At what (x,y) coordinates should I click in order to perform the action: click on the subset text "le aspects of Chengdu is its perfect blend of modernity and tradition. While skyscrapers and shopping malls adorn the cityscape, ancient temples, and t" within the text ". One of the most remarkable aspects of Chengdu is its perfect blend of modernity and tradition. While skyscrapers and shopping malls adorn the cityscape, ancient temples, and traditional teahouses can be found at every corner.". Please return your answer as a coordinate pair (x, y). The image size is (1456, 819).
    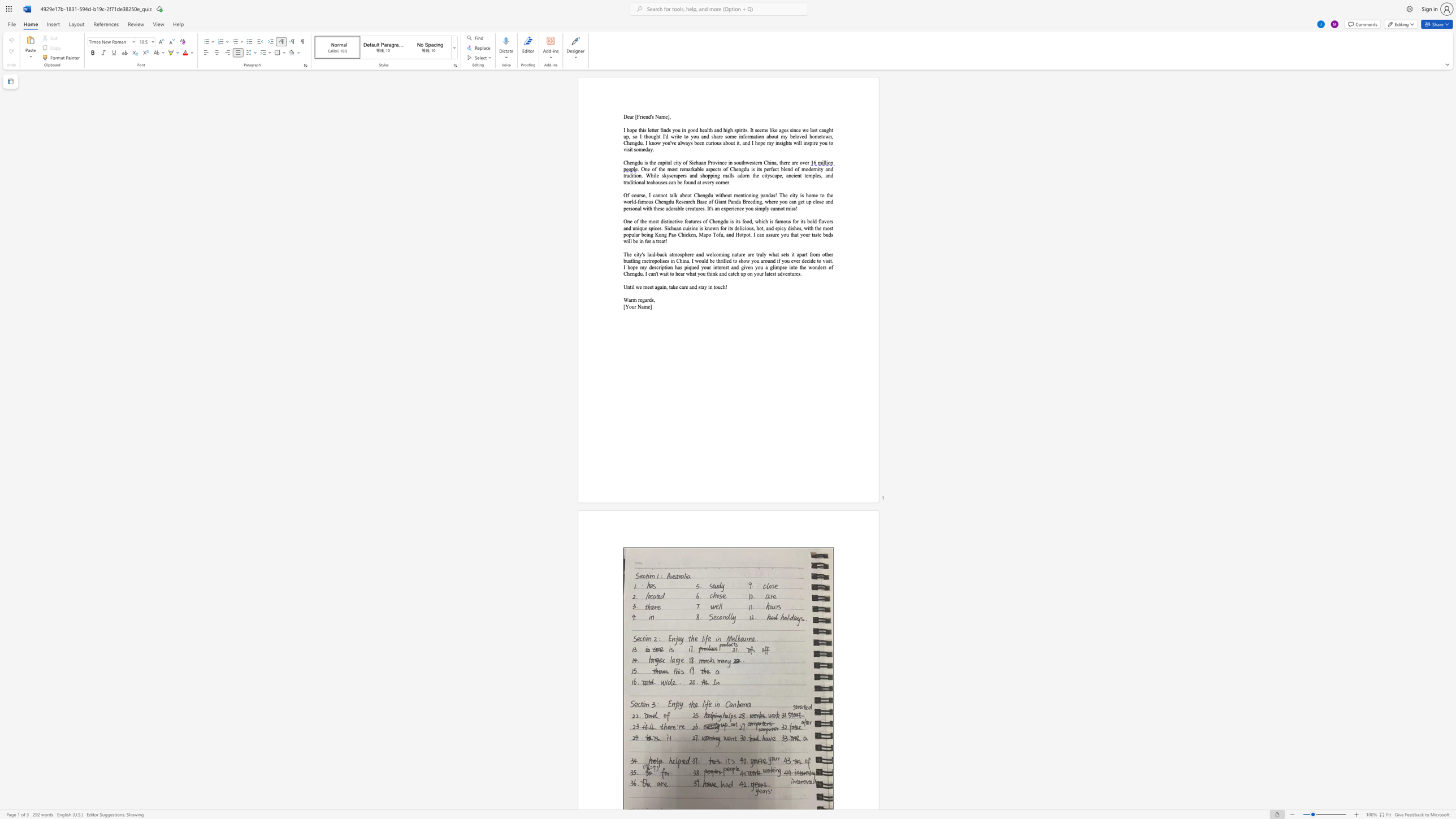
    Looking at the image, I should click on (699, 169).